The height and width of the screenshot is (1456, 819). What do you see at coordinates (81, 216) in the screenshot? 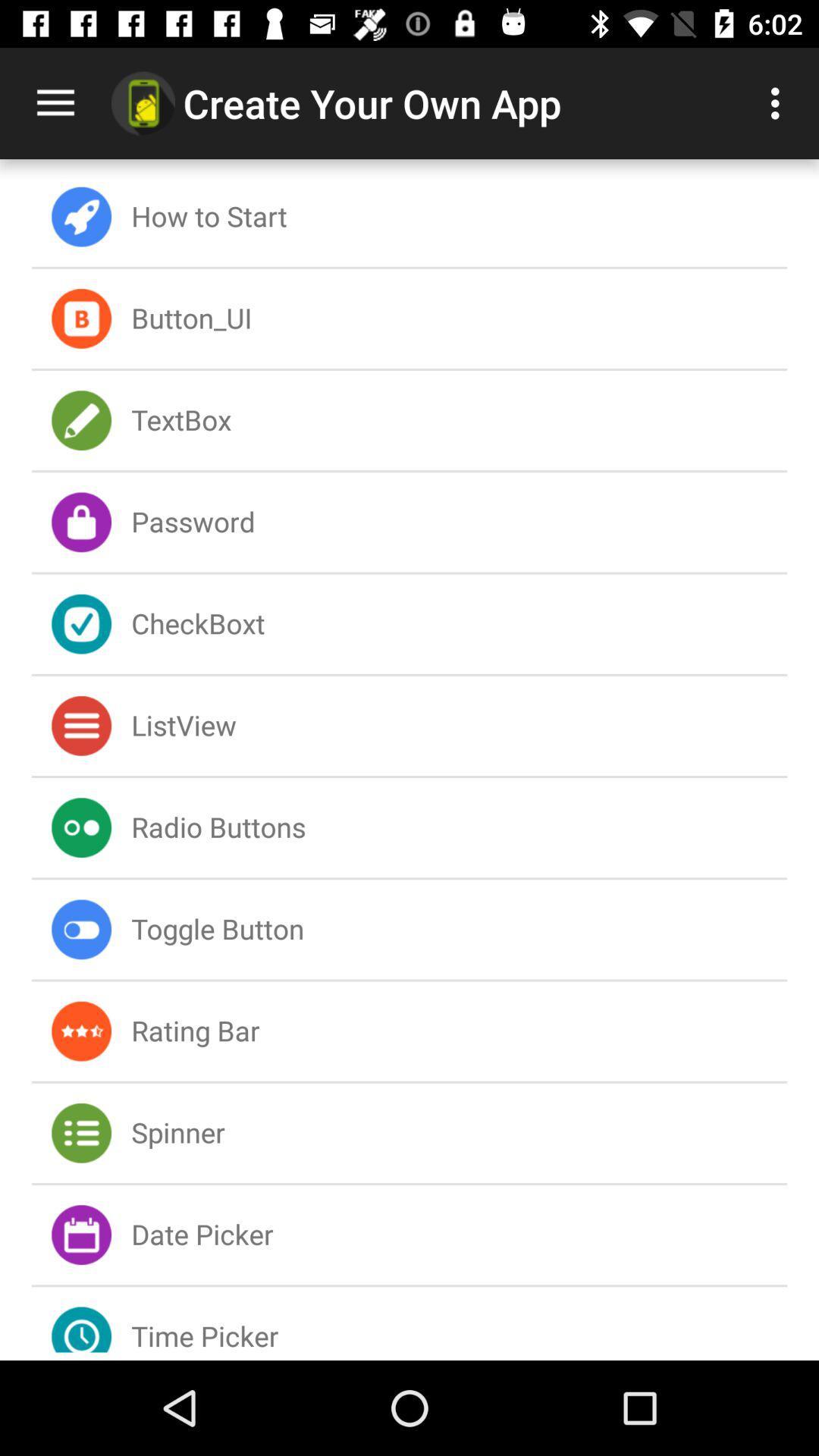
I see `the icon on left to the button how to start on the web page` at bounding box center [81, 216].